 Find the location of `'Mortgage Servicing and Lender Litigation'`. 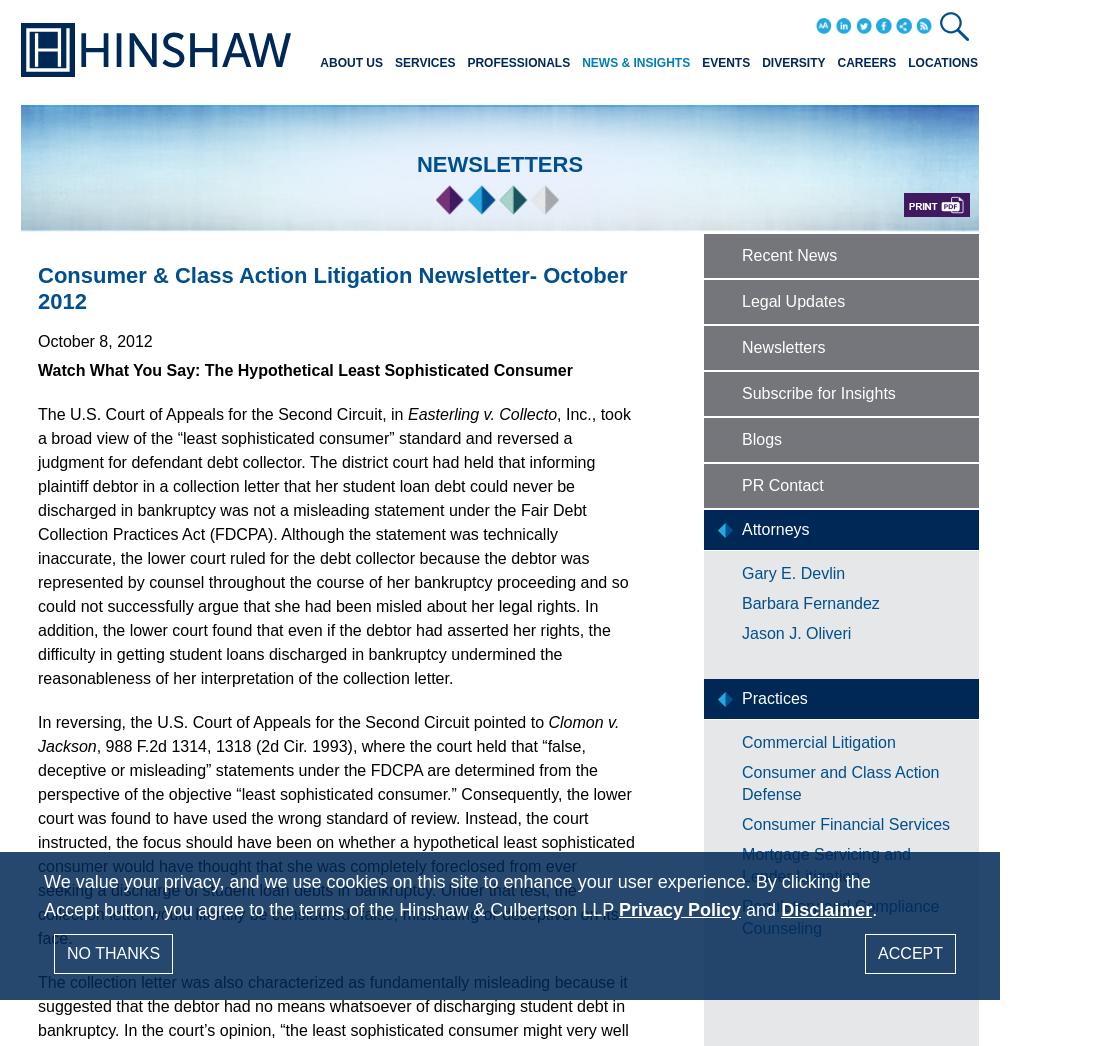

'Mortgage Servicing and Lender Litigation' is located at coordinates (825, 864).